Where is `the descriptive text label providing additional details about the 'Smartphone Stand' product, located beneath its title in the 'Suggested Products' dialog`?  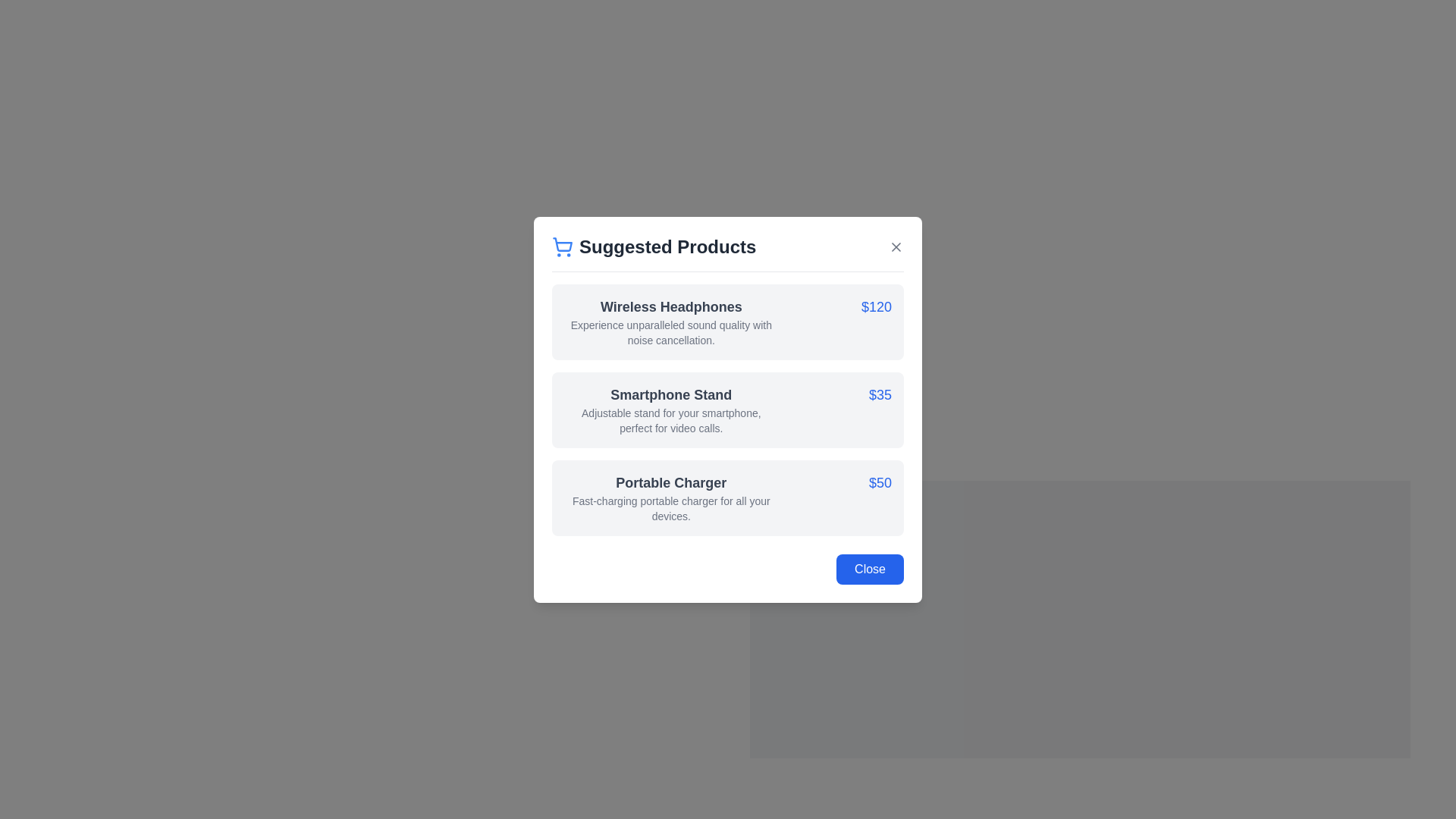 the descriptive text label providing additional details about the 'Smartphone Stand' product, located beneath its title in the 'Suggested Products' dialog is located at coordinates (670, 420).